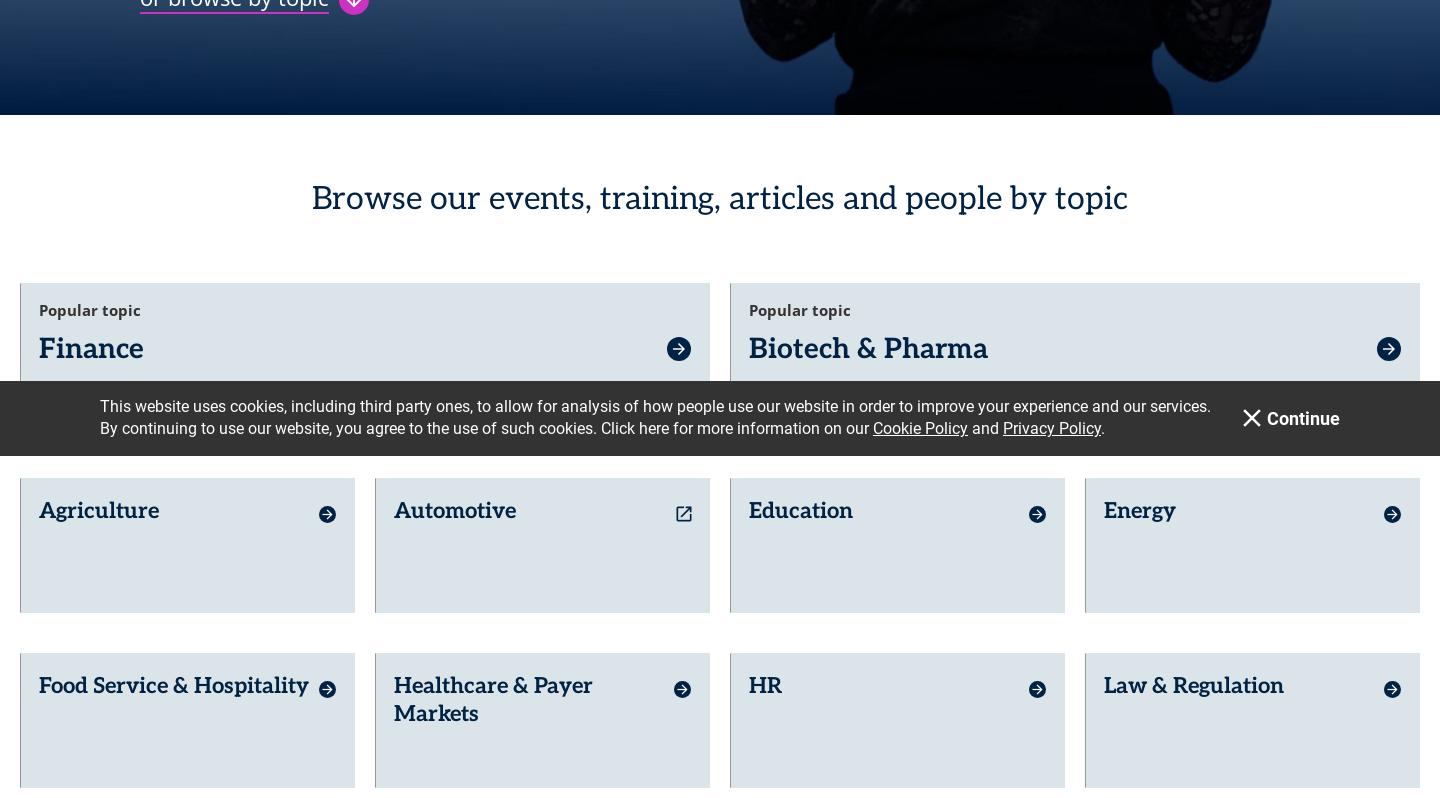 This screenshot has height=798, width=1440. Describe the element at coordinates (1139, 496) in the screenshot. I see `'Energy'` at that location.